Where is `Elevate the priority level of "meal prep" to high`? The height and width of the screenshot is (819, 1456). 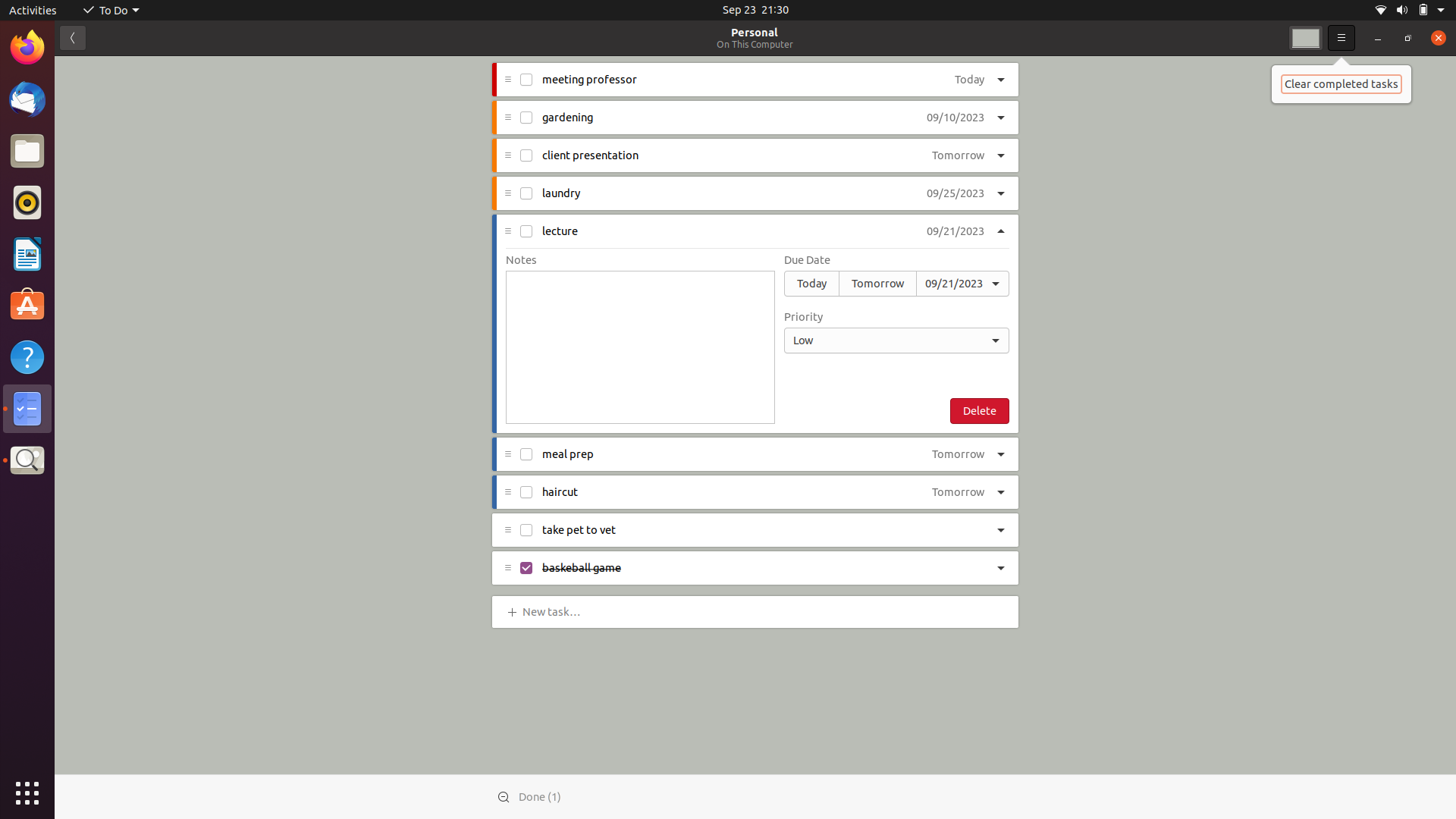 Elevate the priority level of "meal prep" to high is located at coordinates (1003, 453).